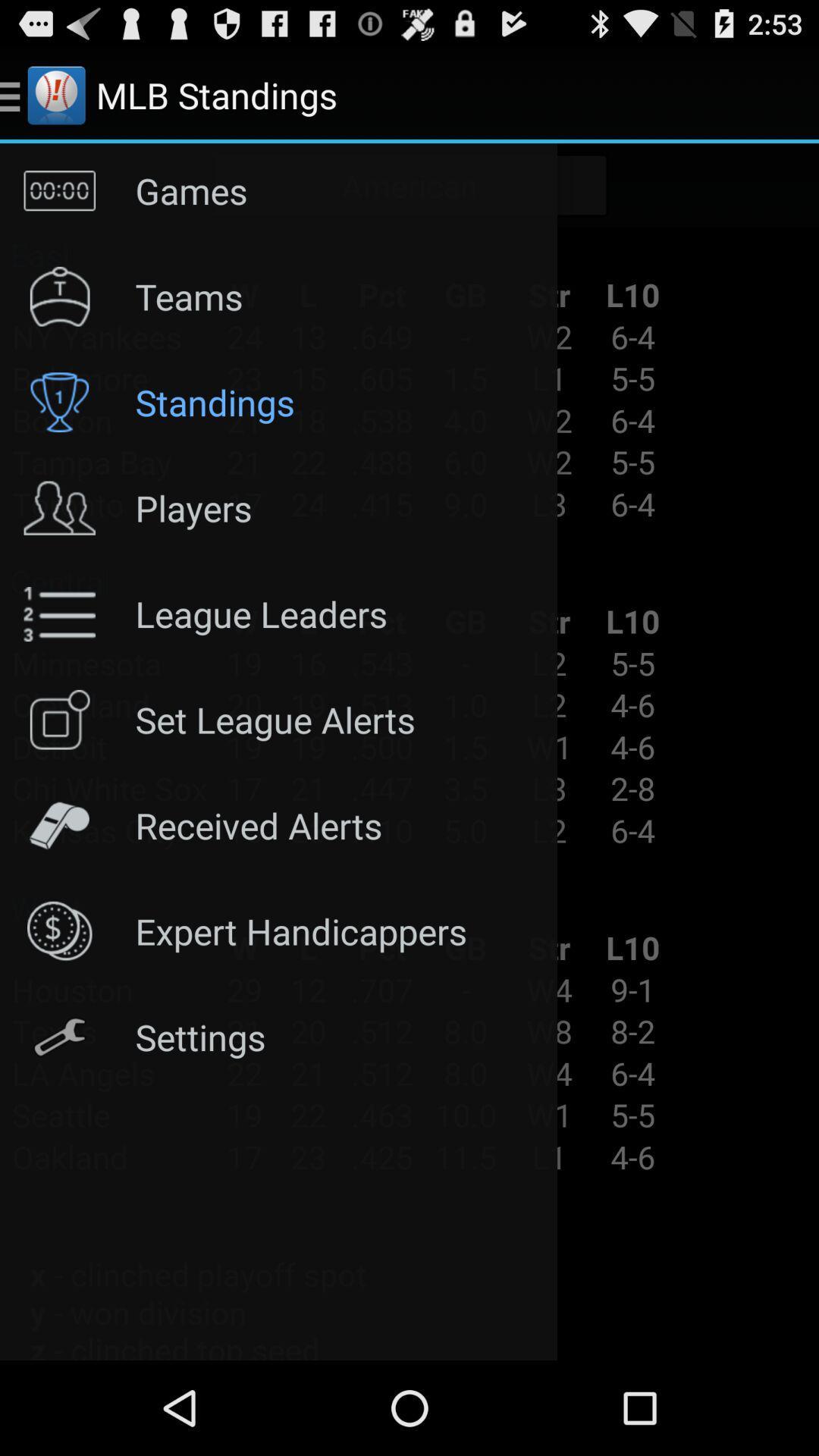 The height and width of the screenshot is (1456, 819). Describe the element at coordinates (58, 824) in the screenshot. I see `icon beside received alerts` at that location.